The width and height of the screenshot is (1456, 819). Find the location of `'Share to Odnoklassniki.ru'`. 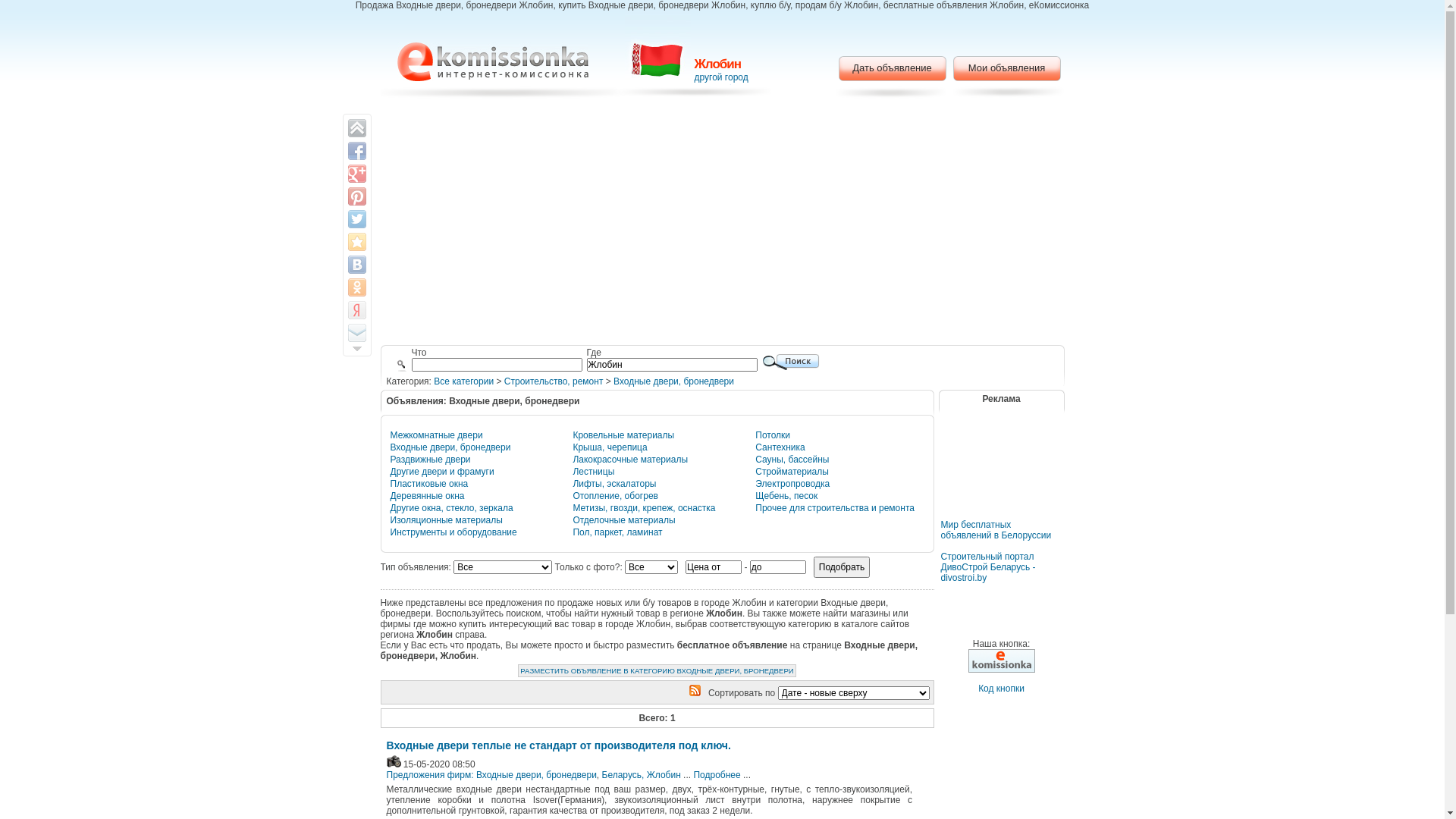

'Share to Odnoklassniki.ru' is located at coordinates (356, 287).